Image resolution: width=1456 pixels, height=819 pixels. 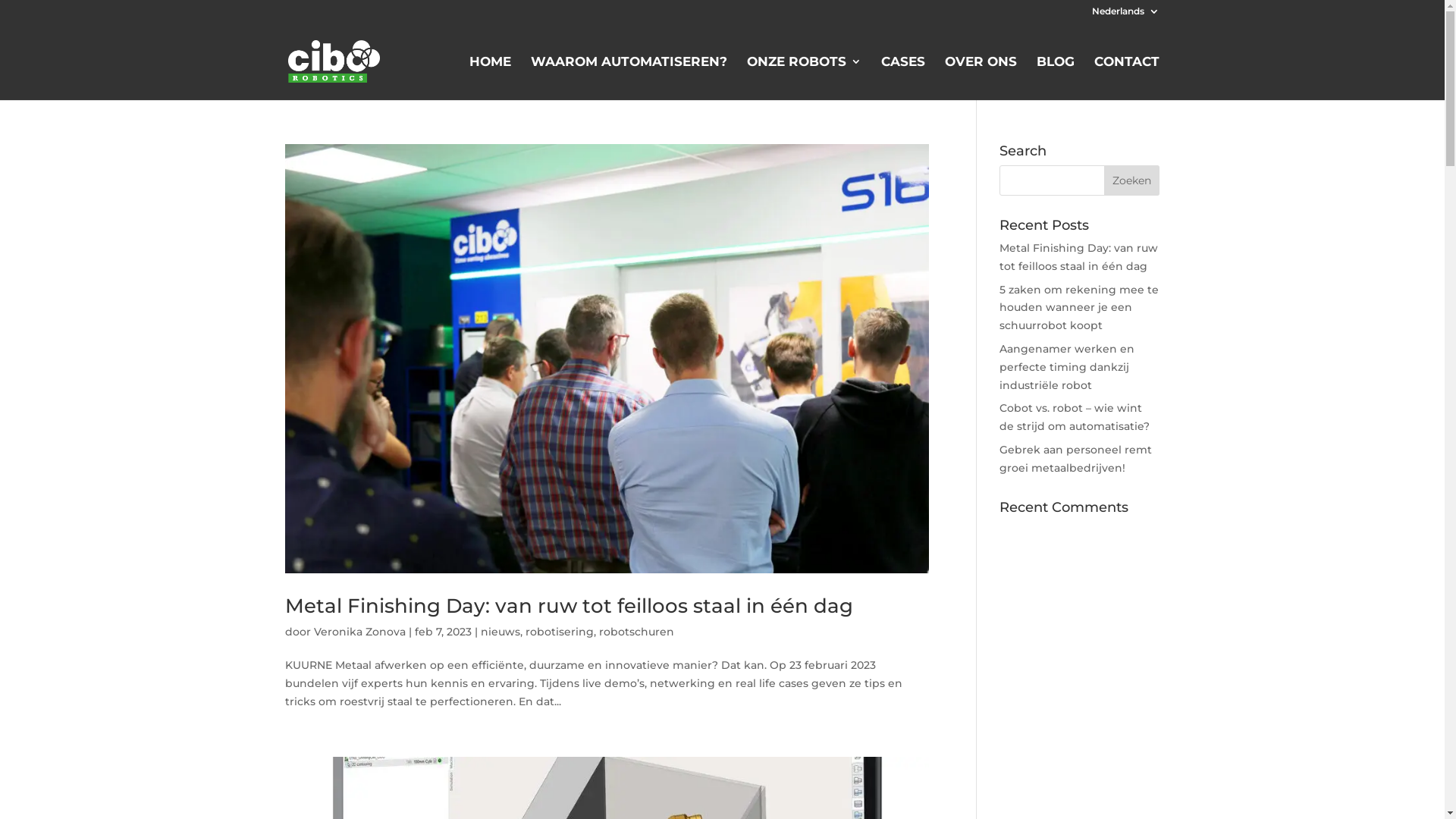 What do you see at coordinates (312, 632) in the screenshot?
I see `'Veronika Zonova'` at bounding box center [312, 632].